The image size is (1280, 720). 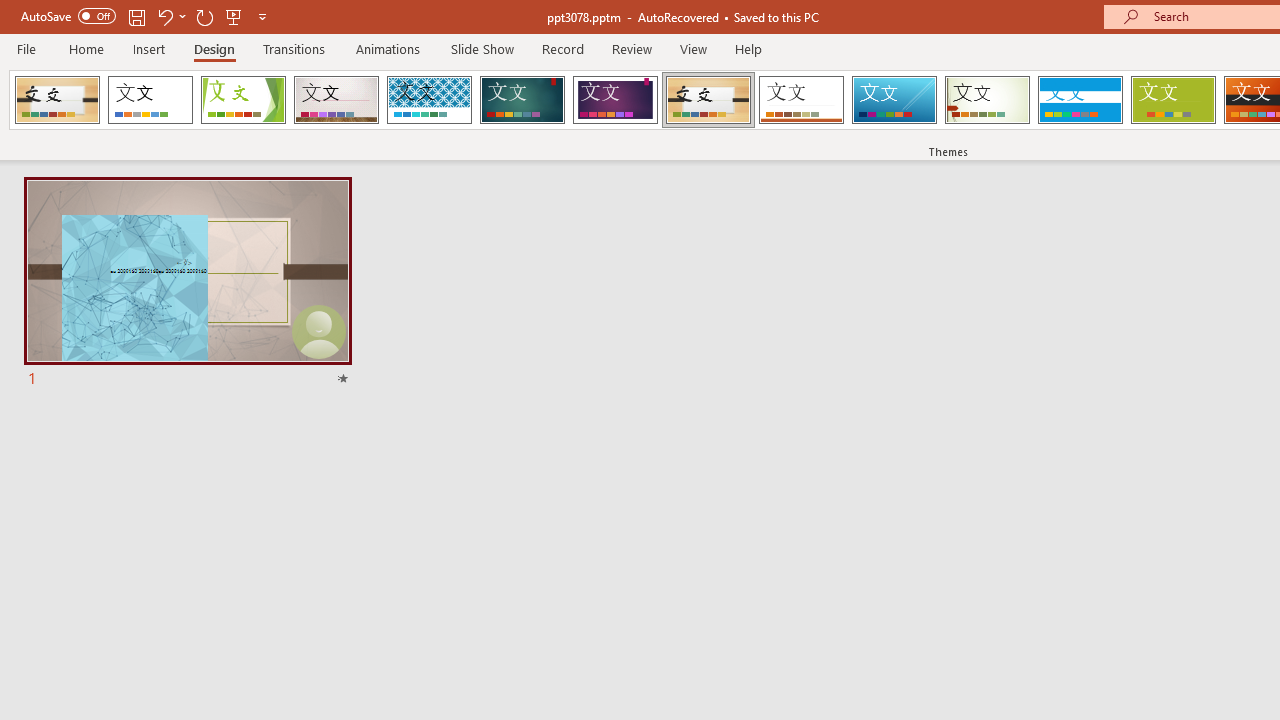 What do you see at coordinates (893, 100) in the screenshot?
I see `'Slice'` at bounding box center [893, 100].